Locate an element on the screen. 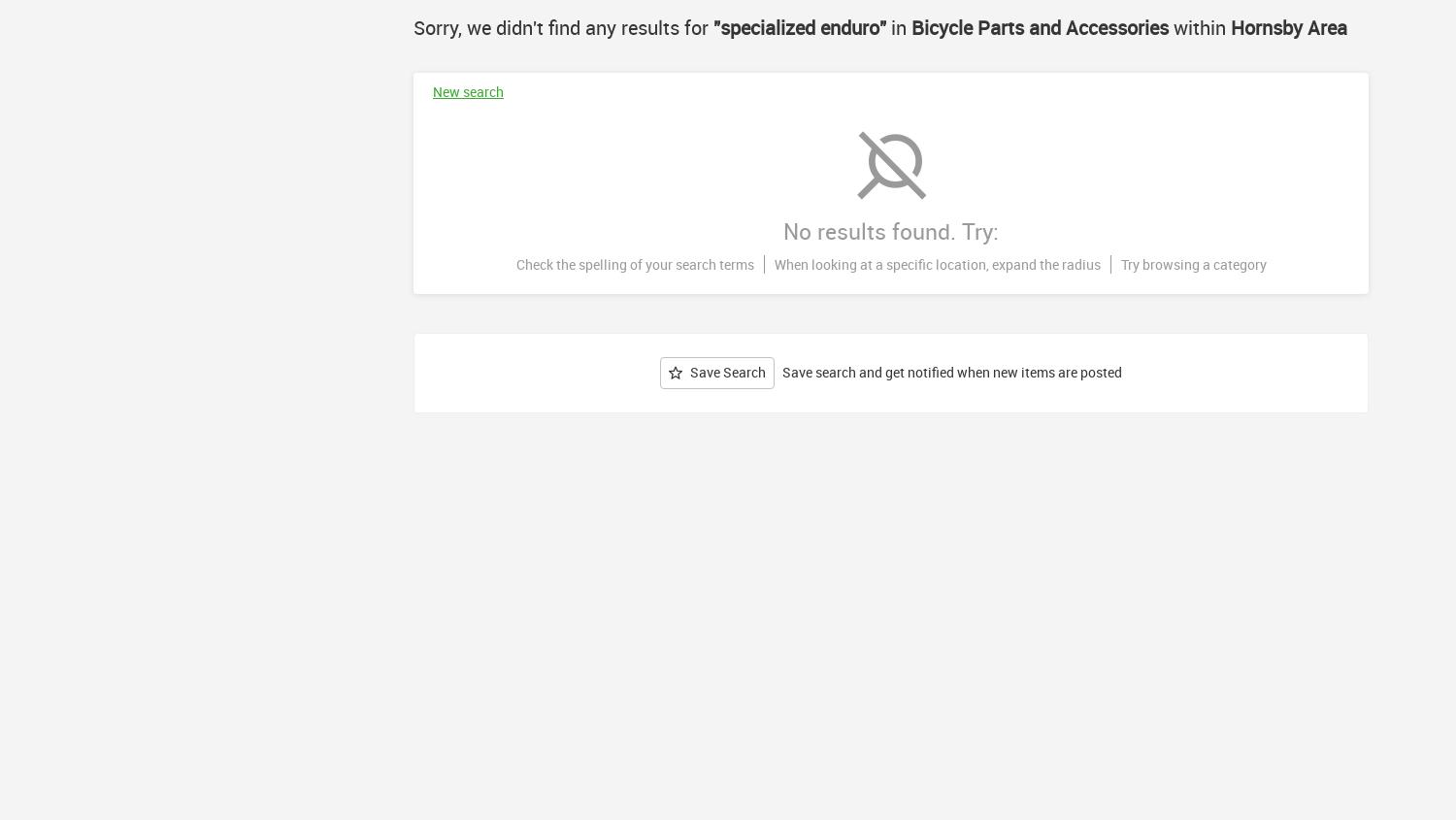  'within' is located at coordinates (1168, 26).